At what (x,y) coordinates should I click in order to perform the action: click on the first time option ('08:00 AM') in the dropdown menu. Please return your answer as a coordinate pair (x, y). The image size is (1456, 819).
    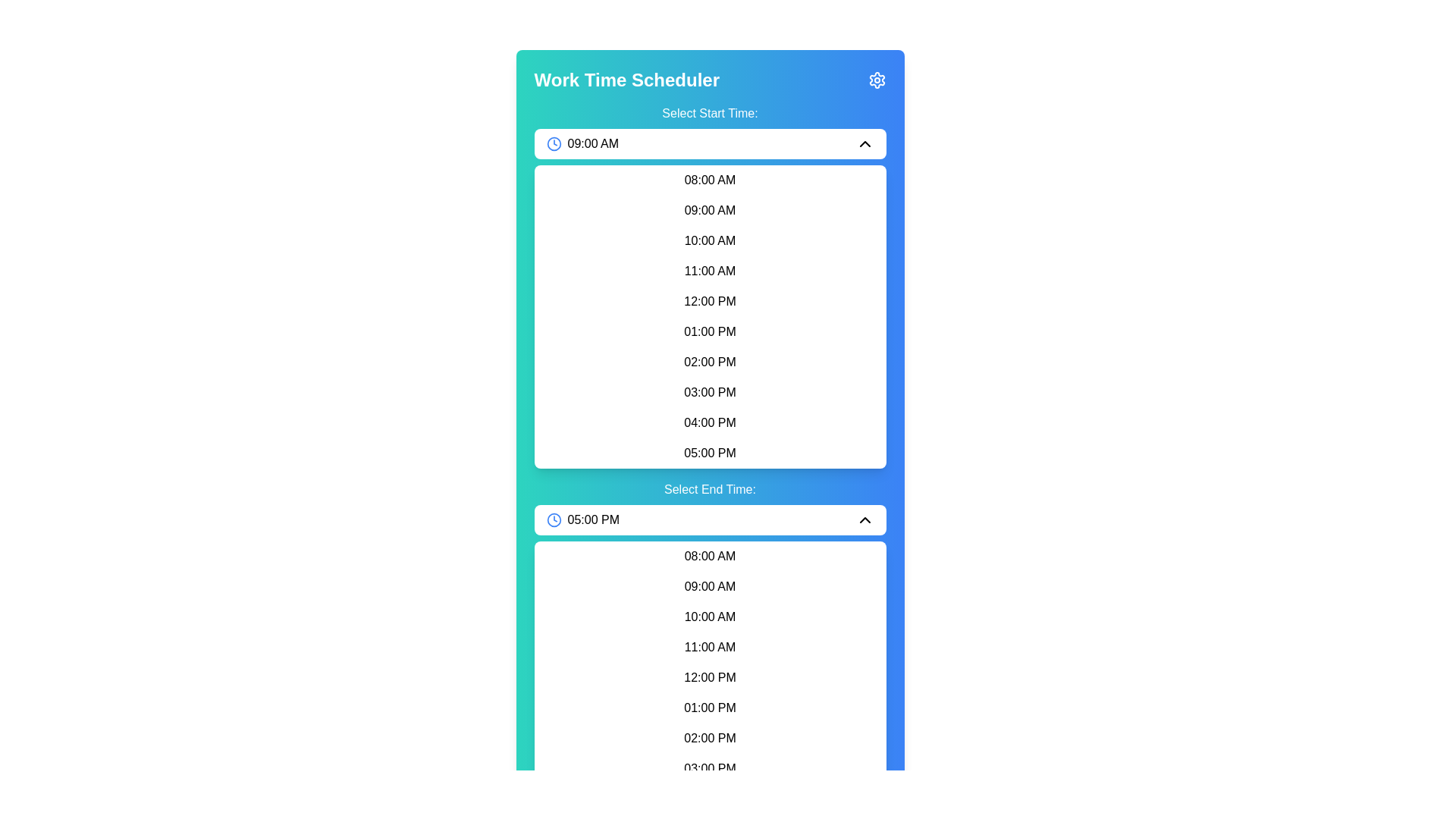
    Looking at the image, I should click on (709, 180).